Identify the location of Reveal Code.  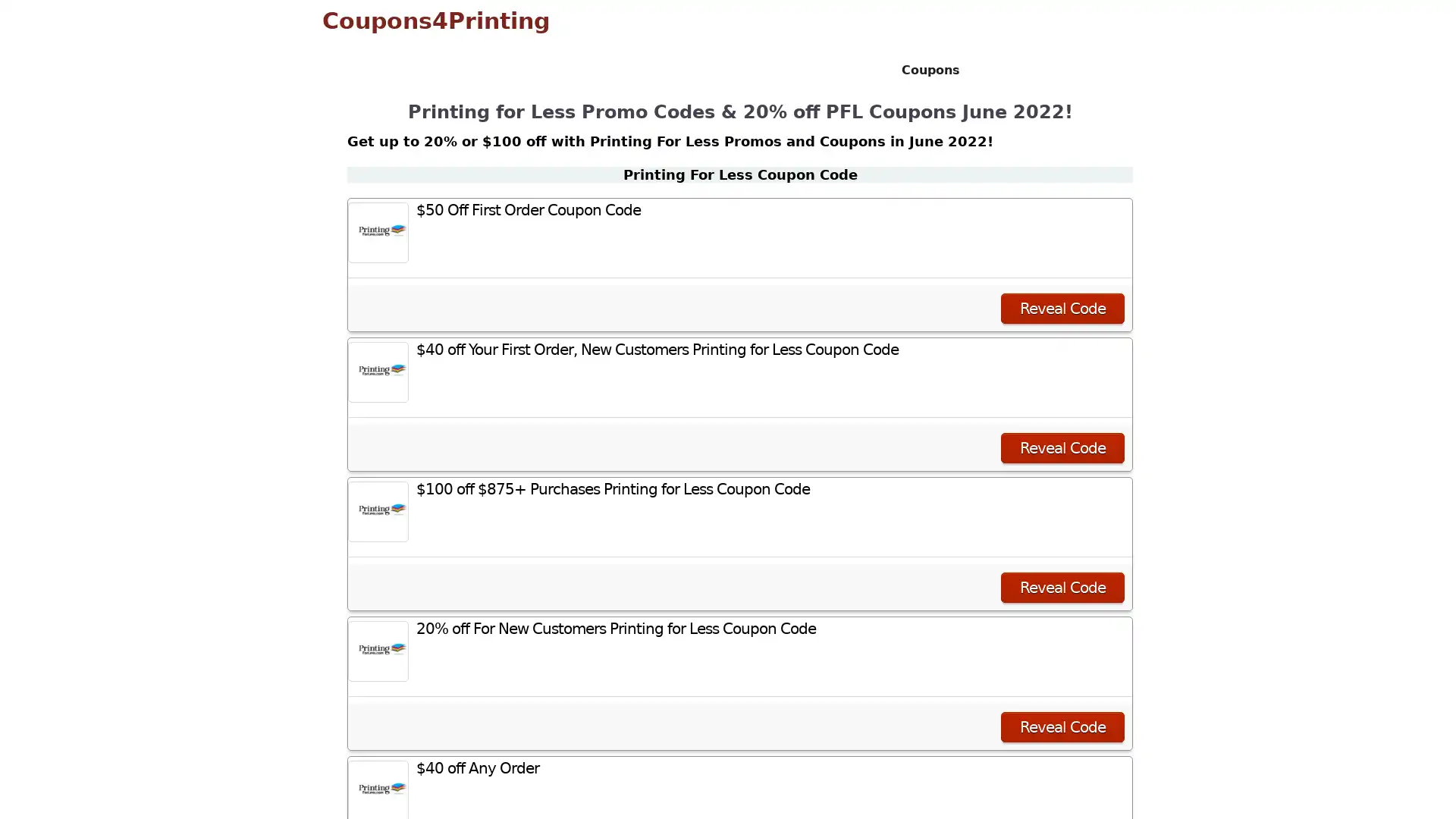
(1062, 447).